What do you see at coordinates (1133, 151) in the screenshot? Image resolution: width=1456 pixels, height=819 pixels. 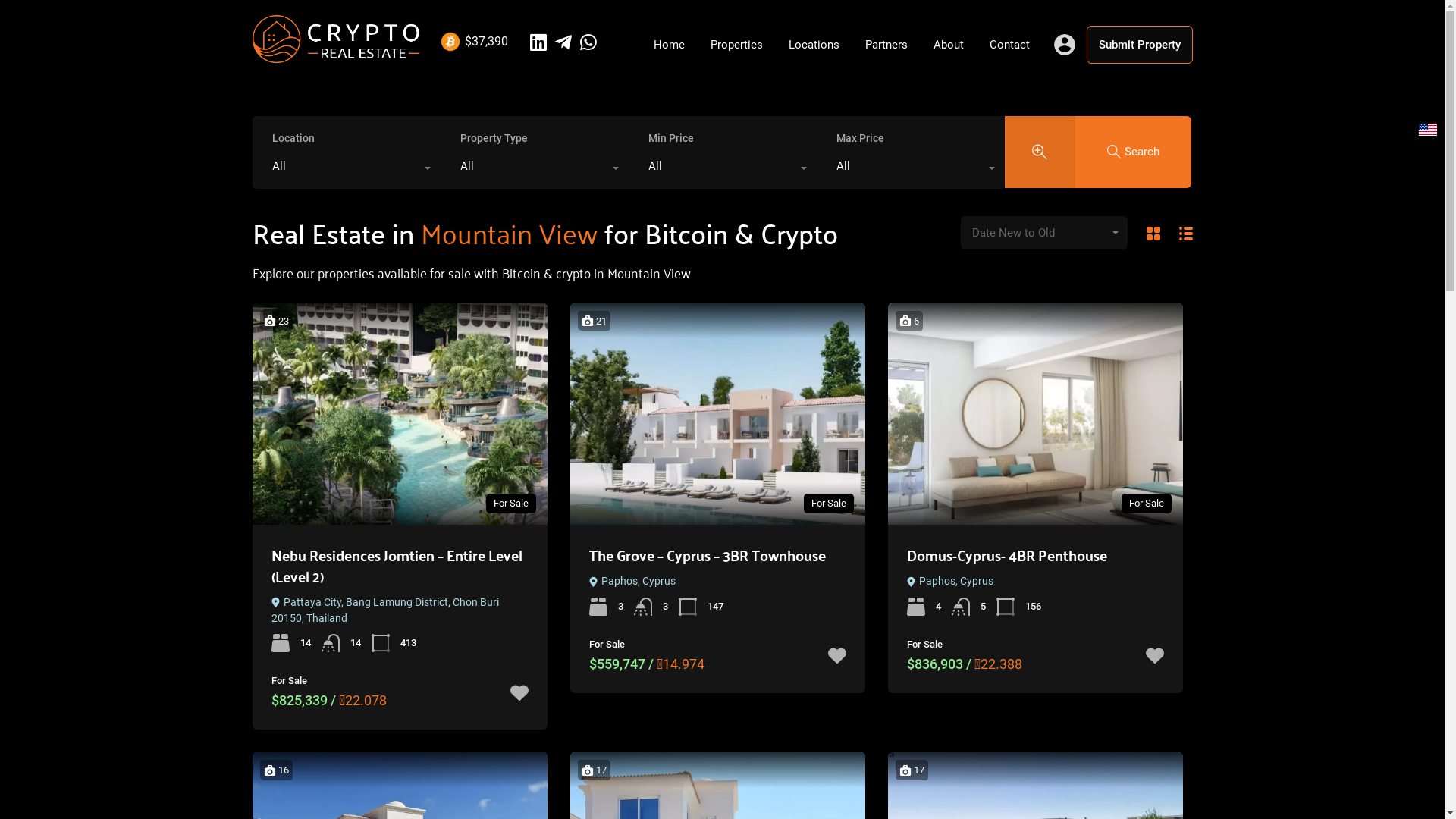 I see `'Search'` at bounding box center [1133, 151].